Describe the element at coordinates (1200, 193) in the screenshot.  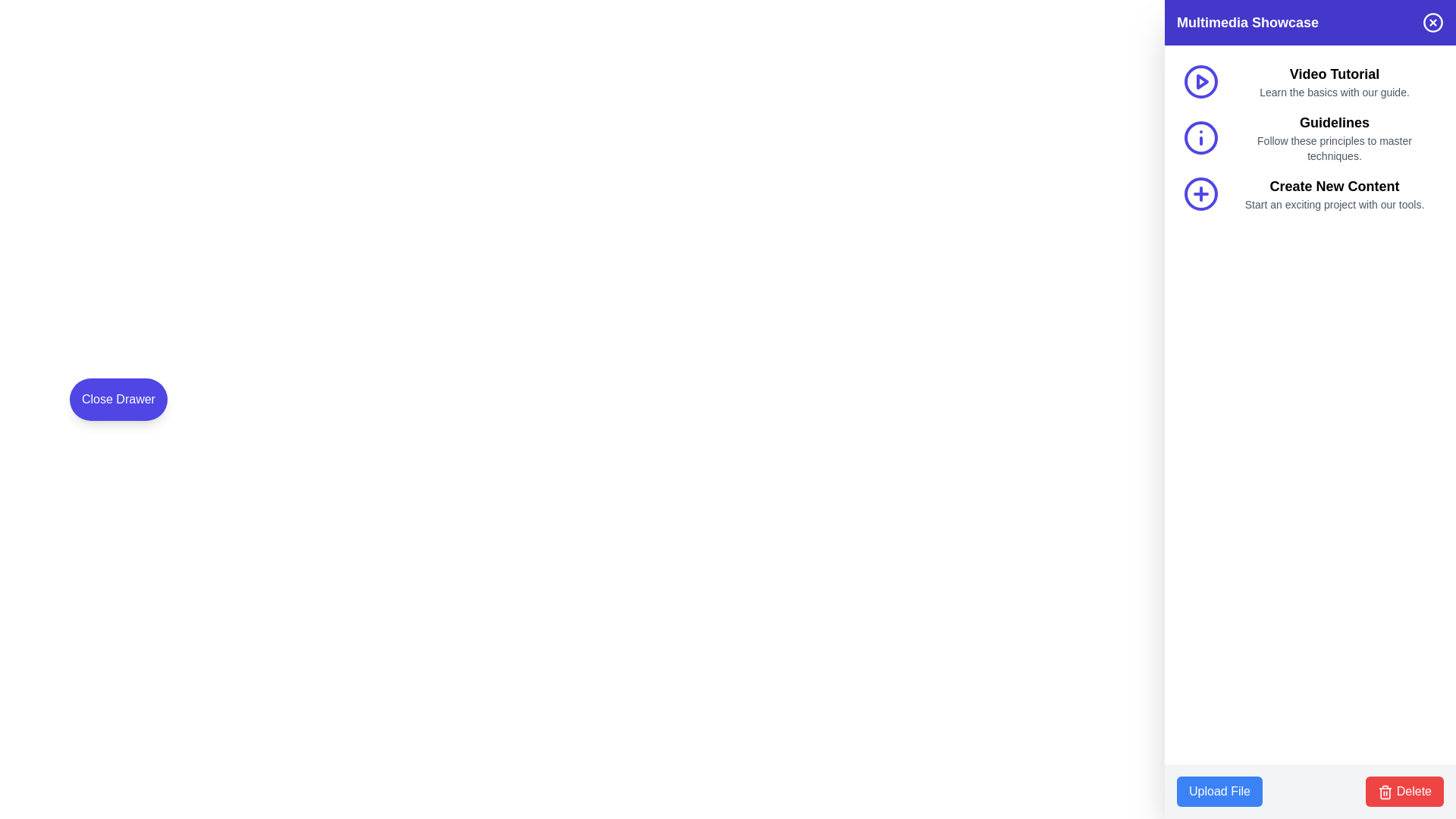
I see `the circular part of the blue 'Plus' icon, which is the third icon in a vertical list in the sidebar on the right, located below the 'Video Tutorial' and 'Guidelines' icons` at that location.